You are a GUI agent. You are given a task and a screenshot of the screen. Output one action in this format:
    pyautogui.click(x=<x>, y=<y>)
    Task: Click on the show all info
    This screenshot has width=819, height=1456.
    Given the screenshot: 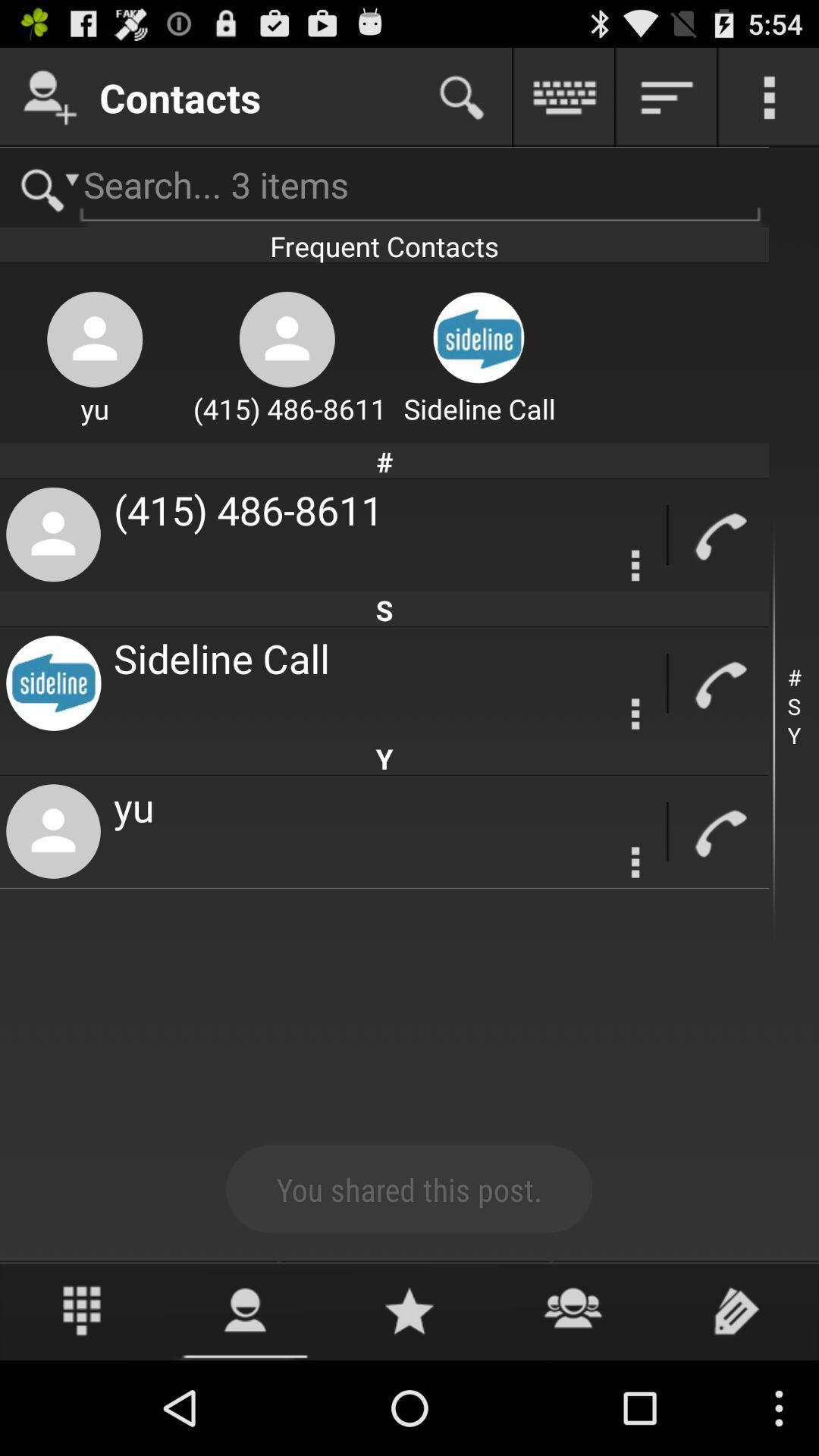 What is the action you would take?
    pyautogui.click(x=666, y=96)
    